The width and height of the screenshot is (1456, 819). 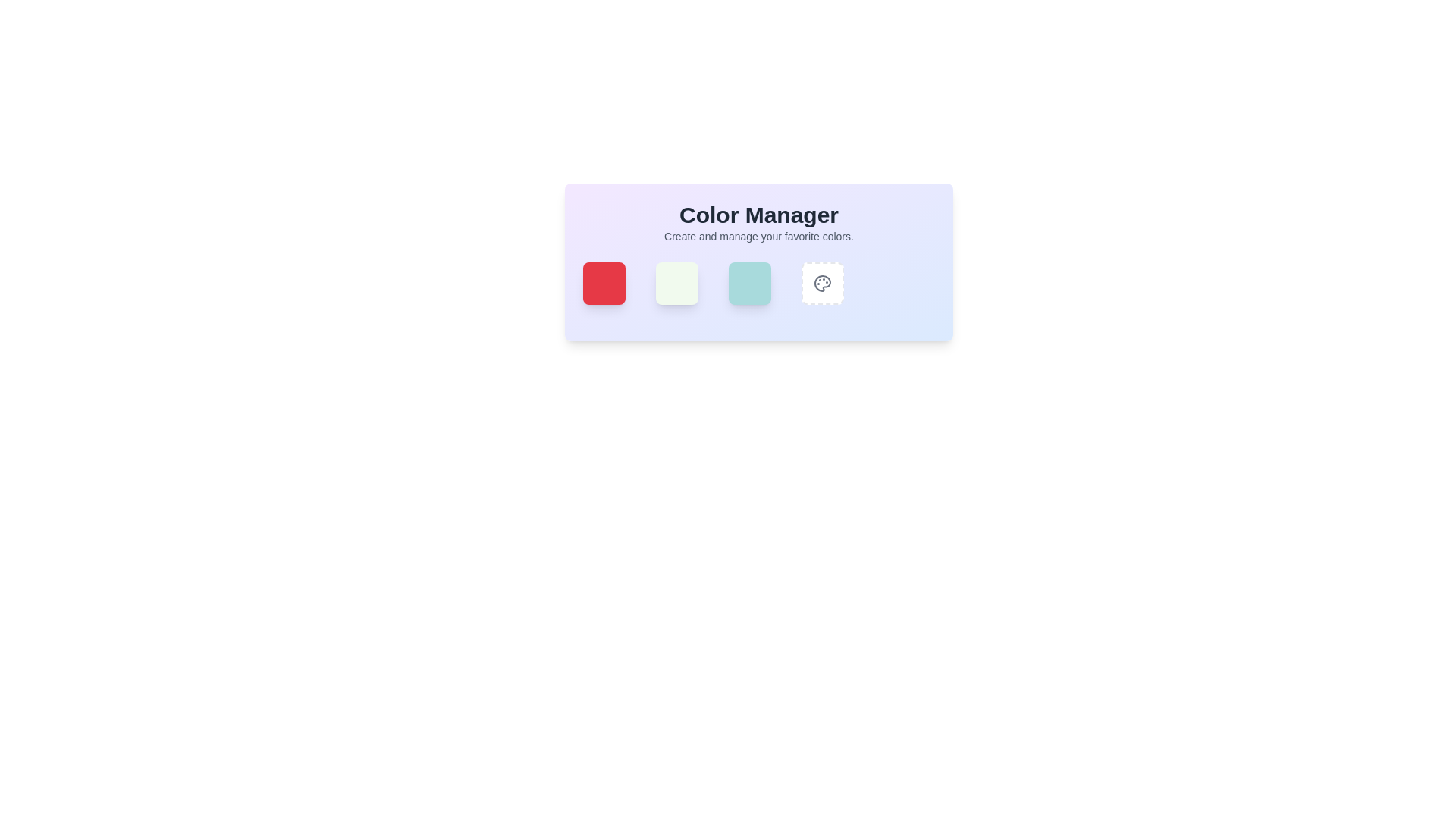 I want to click on the painter's palette icon, which is a circular shape with small circular cutouts resembling paint wells, located in the Color Manager section, so click(x=821, y=284).